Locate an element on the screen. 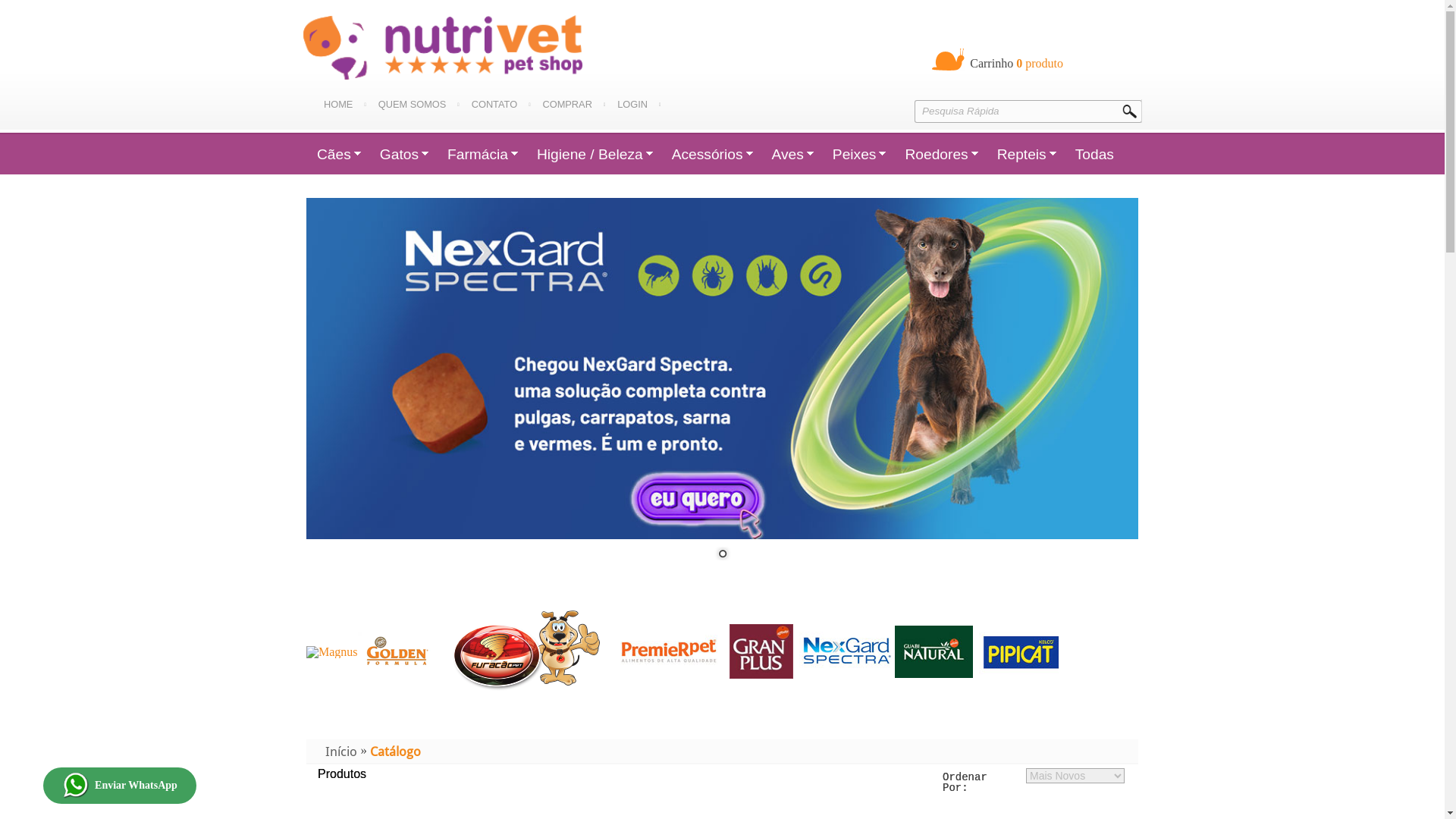 The height and width of the screenshot is (819, 1456). 'QUEM SOMOS' is located at coordinates (419, 103).